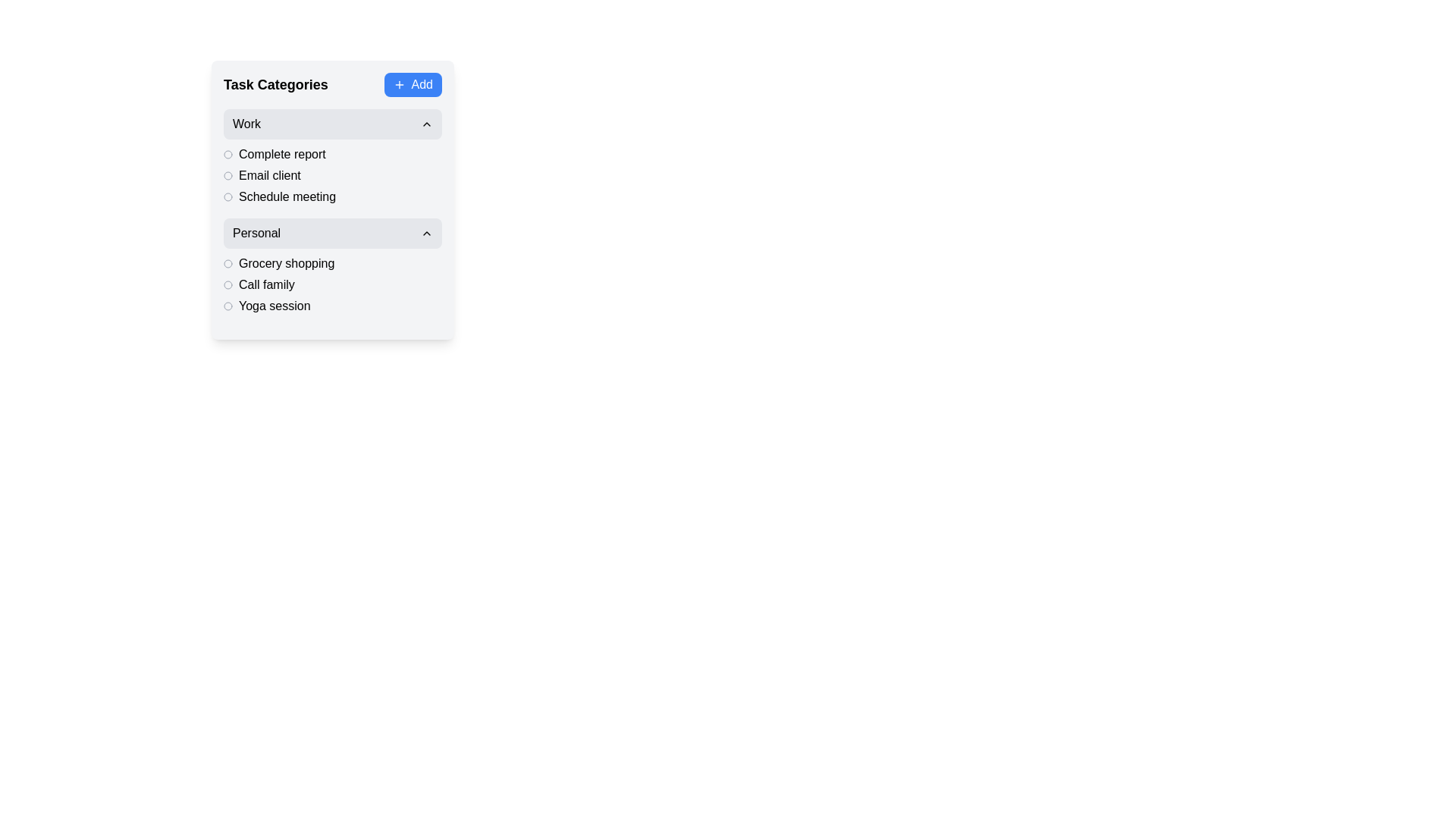 The height and width of the screenshot is (819, 1456). I want to click on the small gray circle icon located to the left of the 'Schedule meeting' text in the 'Work' category section, so click(227, 196).